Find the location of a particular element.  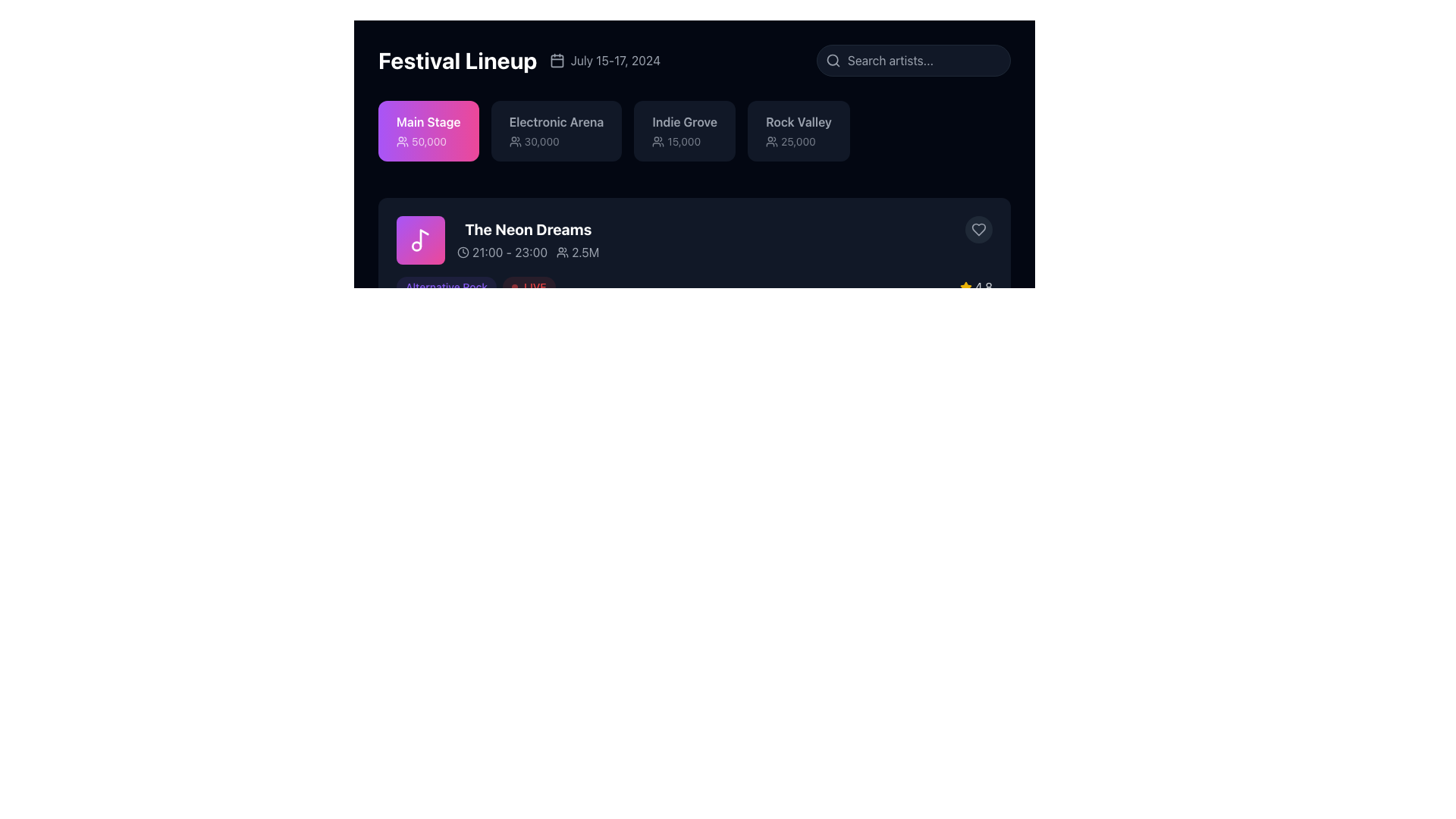

circular SVG element with a simple border that is part of a music note icon using developer tools is located at coordinates (416, 382).